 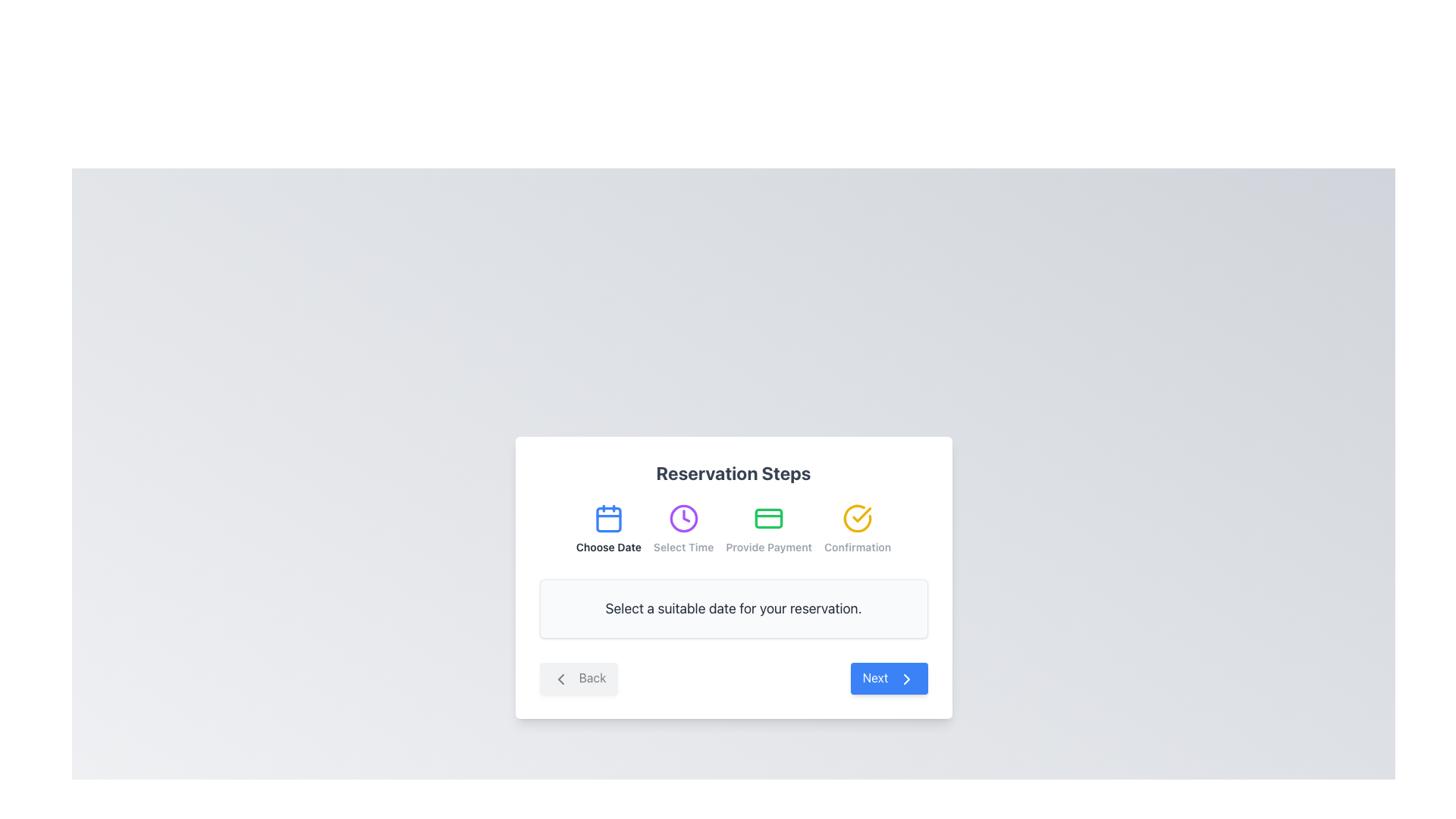 What do you see at coordinates (858, 548) in the screenshot?
I see `the text label that says 'Confirmation', which is styled in a small, bold font and is the last in the sequence of steps under the 'Reservation Steps' heading` at bounding box center [858, 548].